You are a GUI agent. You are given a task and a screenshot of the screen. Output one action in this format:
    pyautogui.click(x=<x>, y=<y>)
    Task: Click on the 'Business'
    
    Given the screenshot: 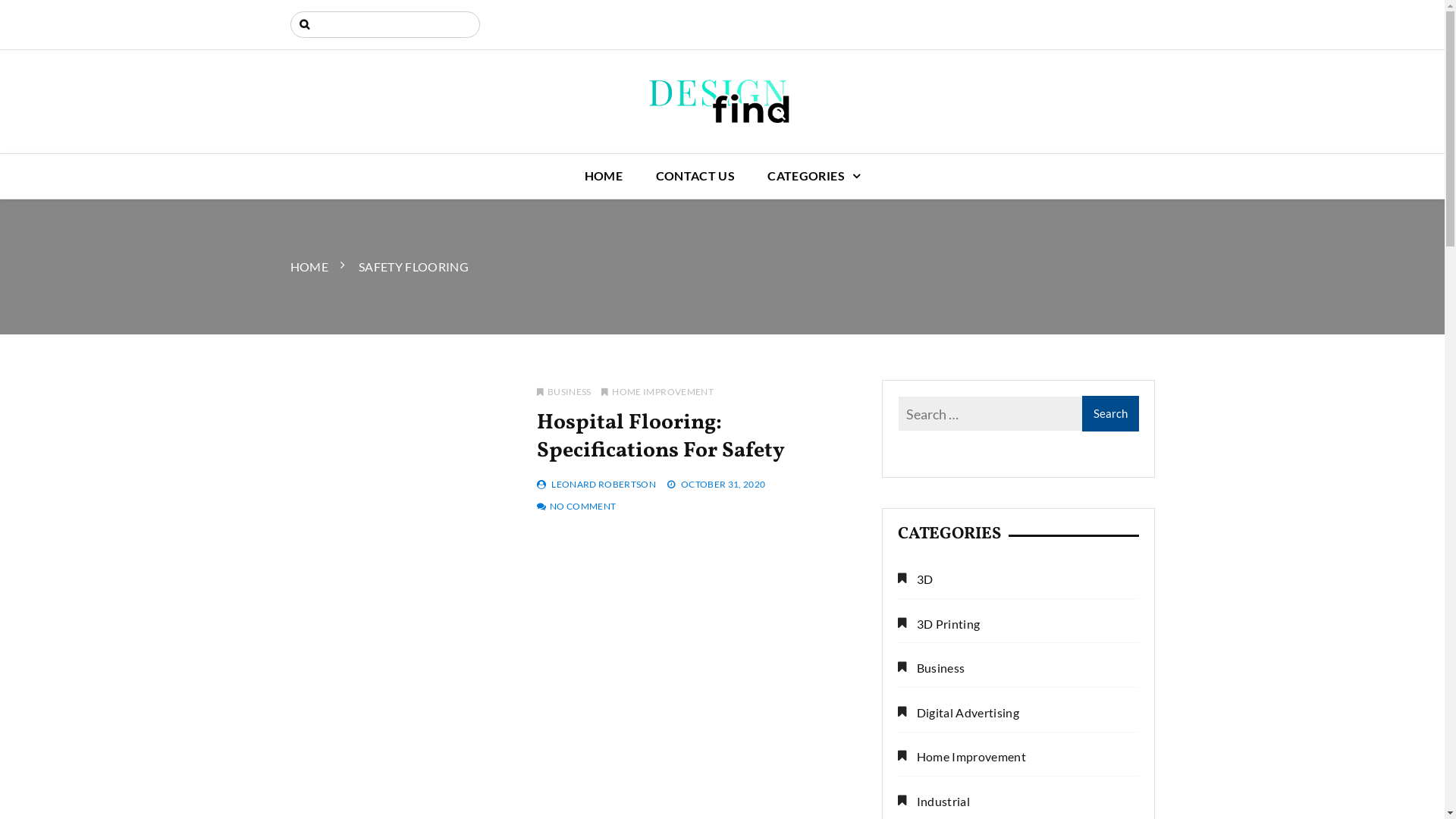 What is the action you would take?
    pyautogui.click(x=930, y=667)
    